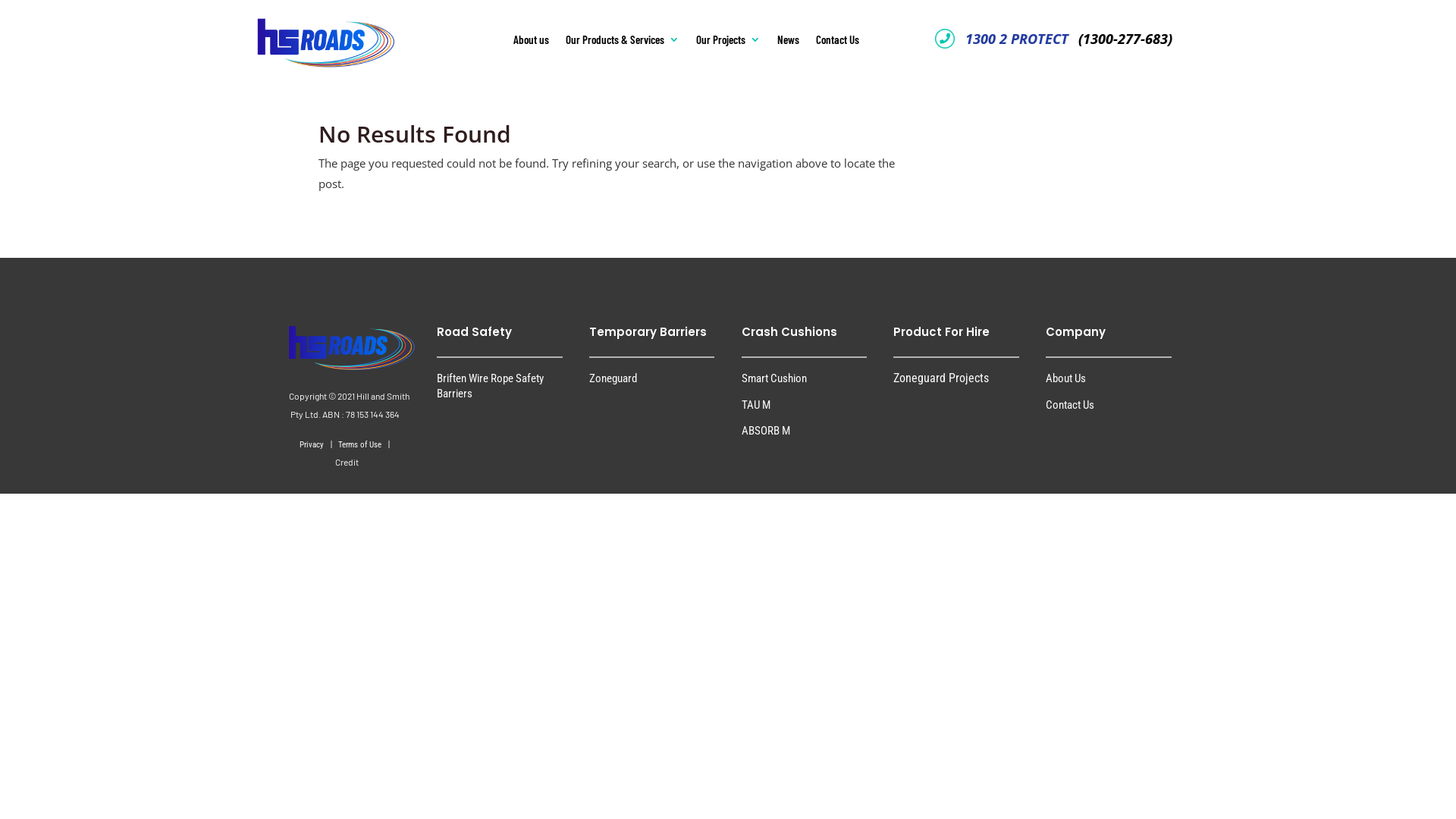 Image resolution: width=1456 pixels, height=819 pixels. I want to click on 'Our Products & Services', so click(622, 42).